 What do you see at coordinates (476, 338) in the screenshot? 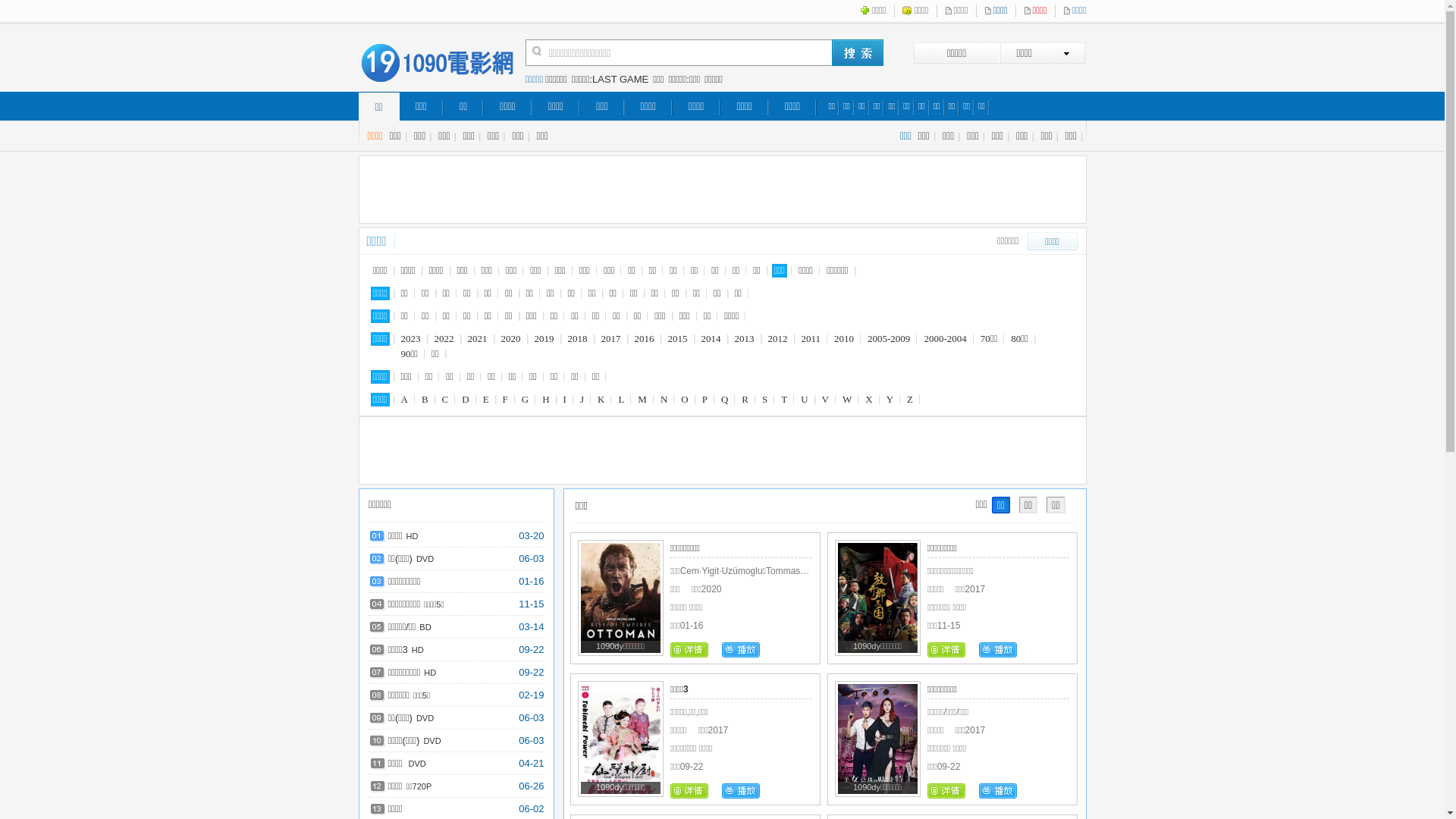
I see `'2021'` at bounding box center [476, 338].